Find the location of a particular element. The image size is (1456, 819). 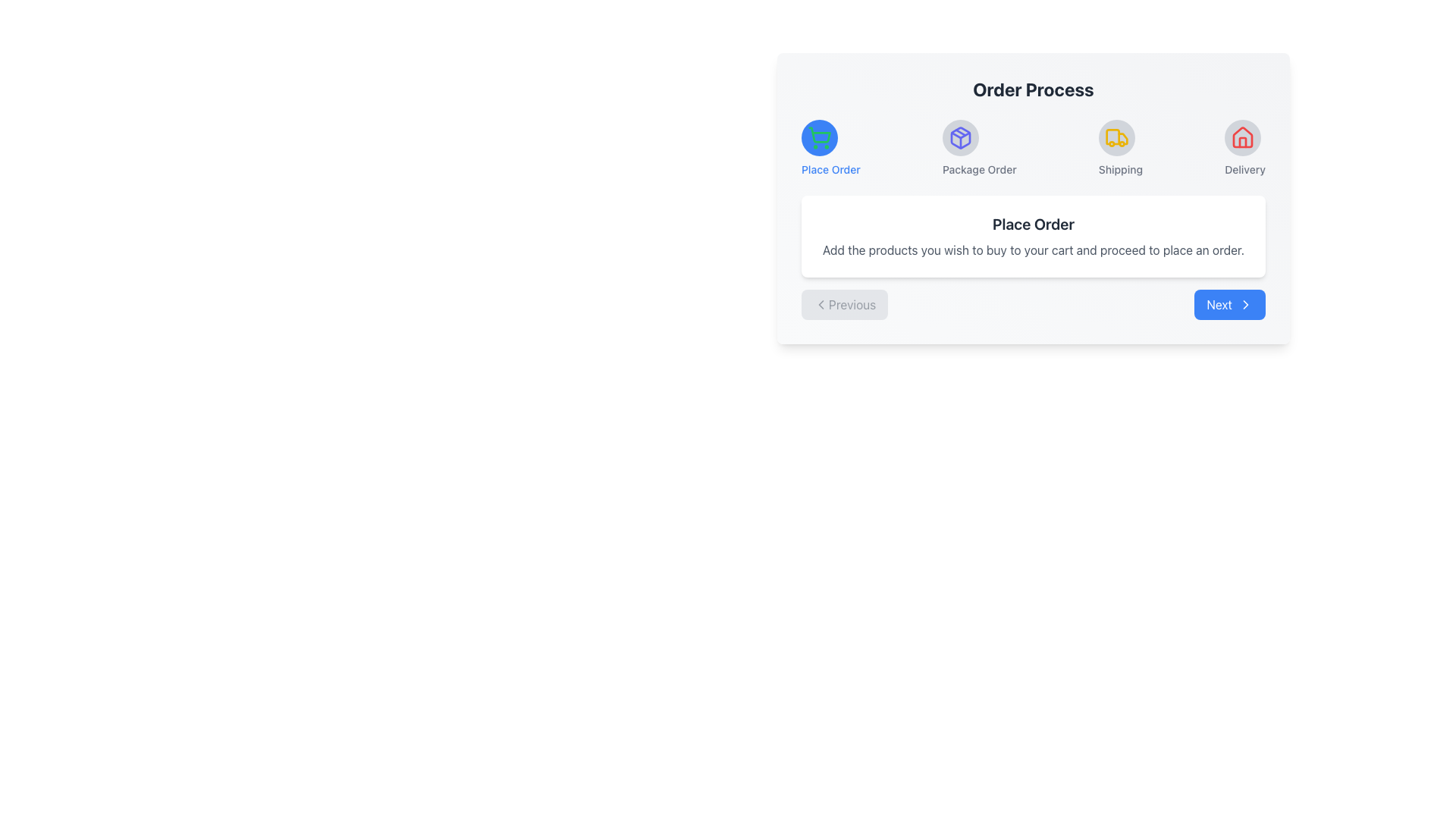

the blue-colored text label reading 'Place Order', which is styled in a smaller font size with medium weight and positioned below a blue circular icon with a shopping cart is located at coordinates (830, 169).